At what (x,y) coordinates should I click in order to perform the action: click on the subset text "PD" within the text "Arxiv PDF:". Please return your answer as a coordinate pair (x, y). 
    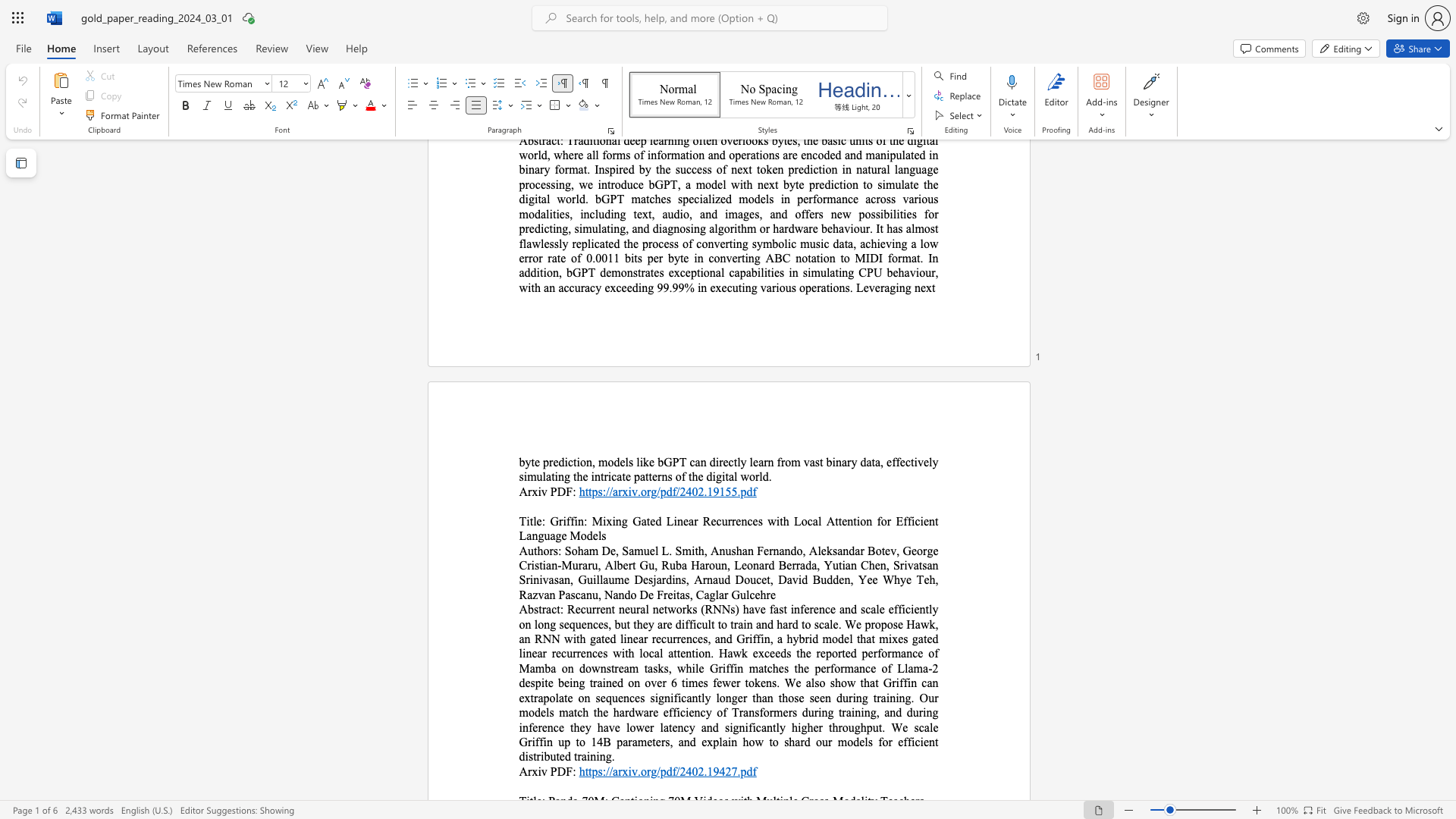
    Looking at the image, I should click on (549, 491).